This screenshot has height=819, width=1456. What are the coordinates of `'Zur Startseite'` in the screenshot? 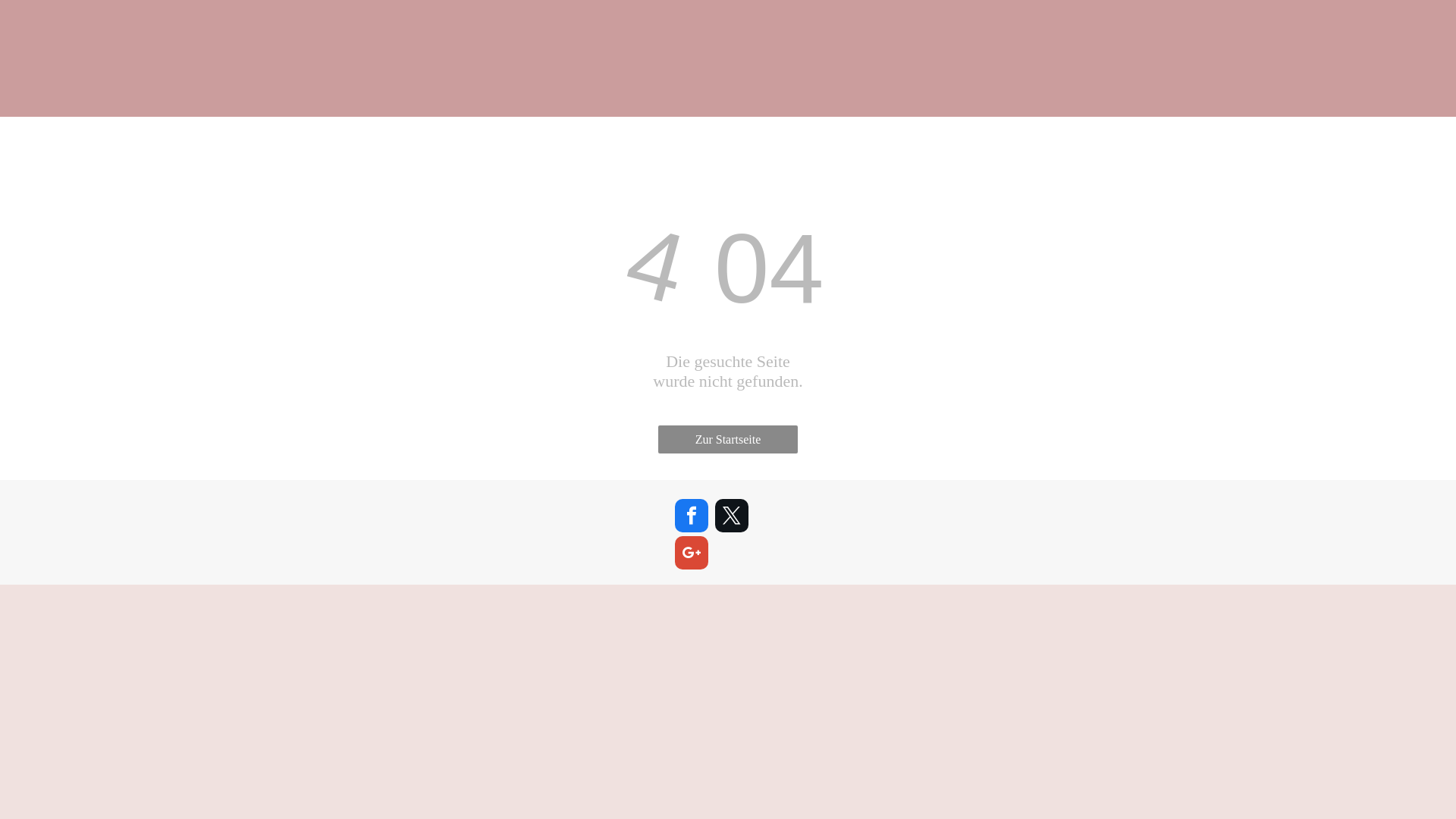 It's located at (658, 439).